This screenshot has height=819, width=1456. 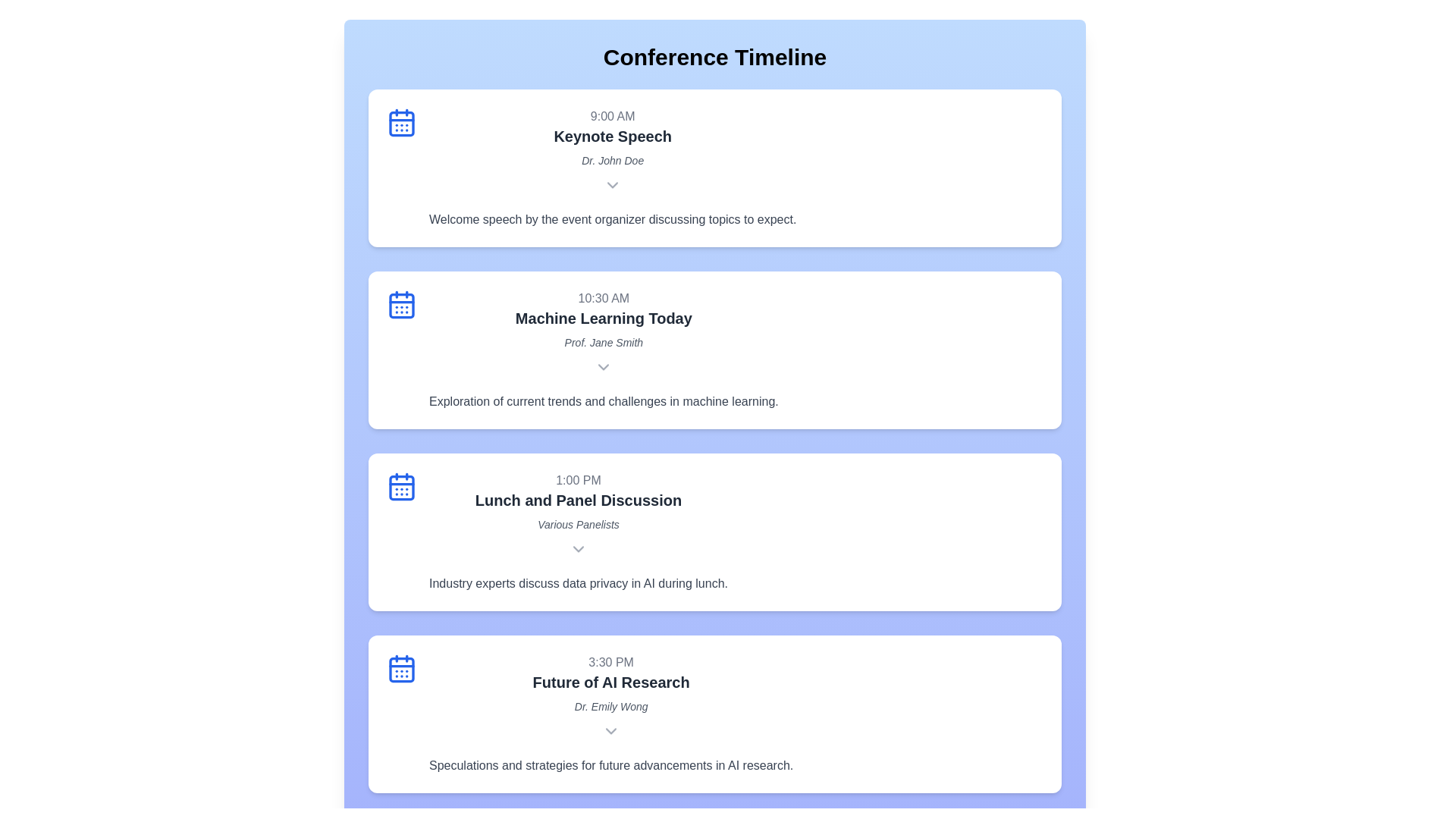 I want to click on the Chevron-Down icon located in the fourth card of the Conference Timeline page, which is displayed below Dr. Emily Wong's name and above the event's description, so click(x=611, y=733).